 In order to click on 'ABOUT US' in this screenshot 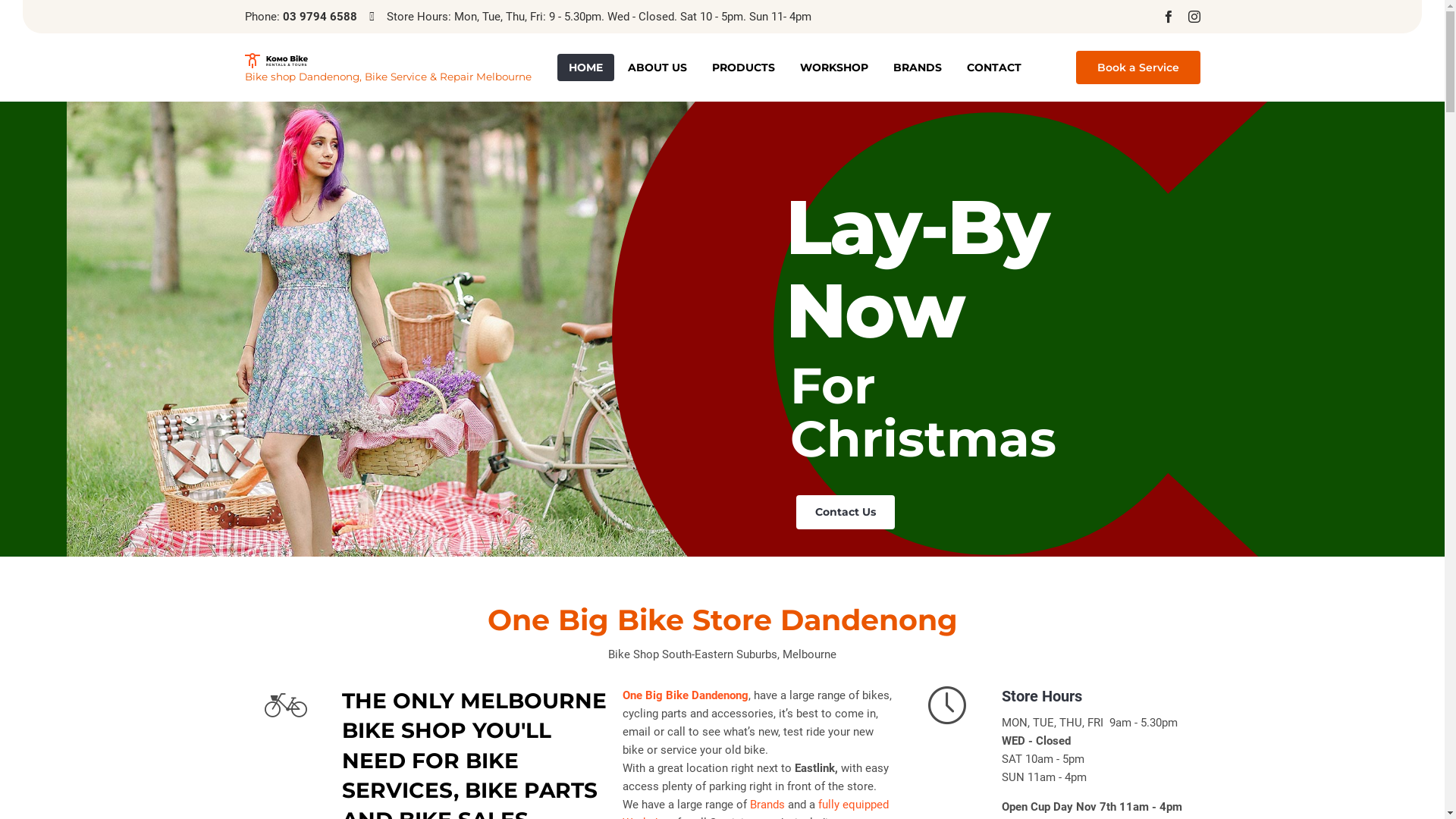, I will do `click(656, 66)`.